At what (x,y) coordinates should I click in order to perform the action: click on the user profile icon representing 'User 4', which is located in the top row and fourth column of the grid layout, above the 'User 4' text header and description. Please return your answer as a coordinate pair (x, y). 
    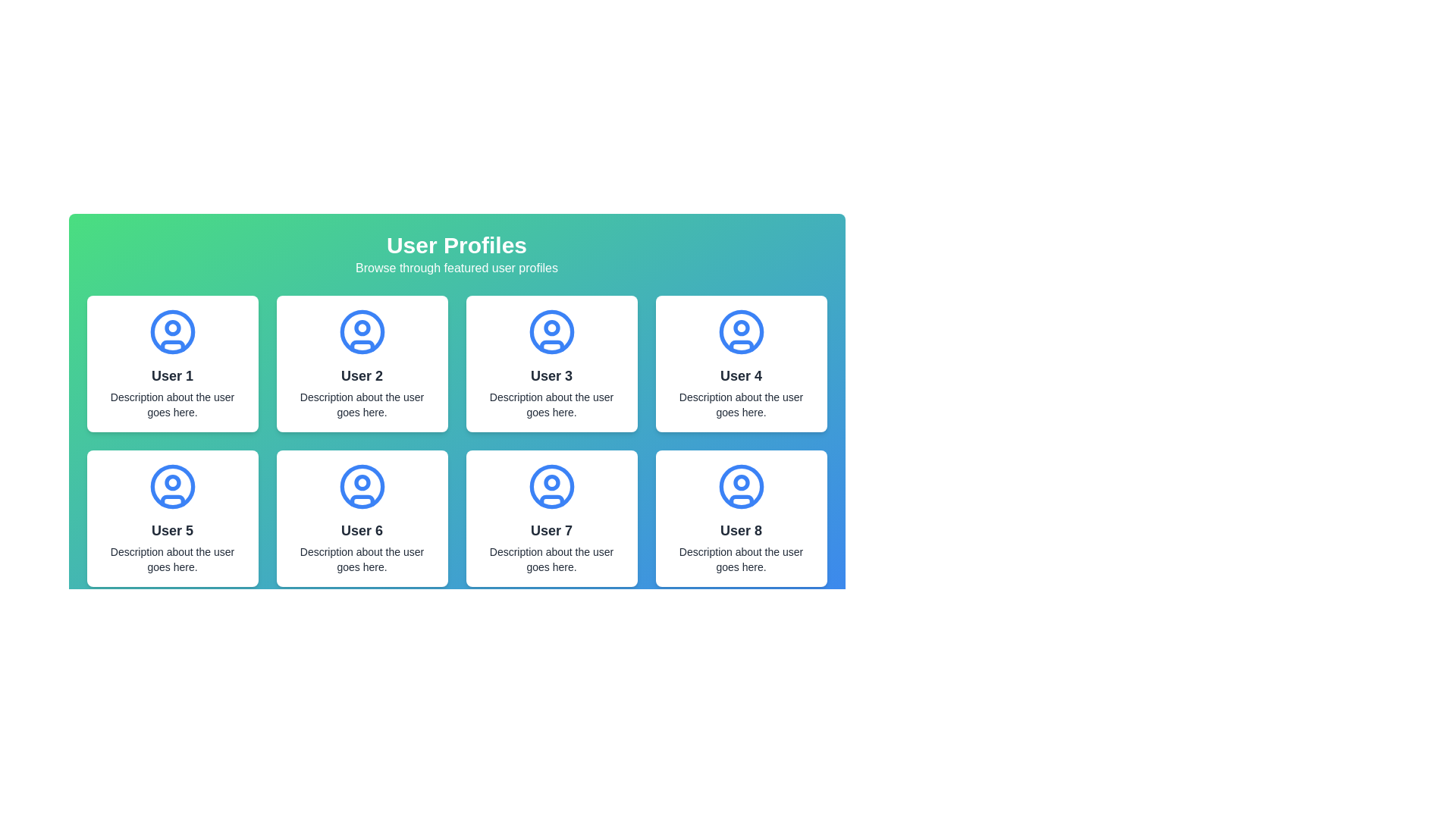
    Looking at the image, I should click on (741, 331).